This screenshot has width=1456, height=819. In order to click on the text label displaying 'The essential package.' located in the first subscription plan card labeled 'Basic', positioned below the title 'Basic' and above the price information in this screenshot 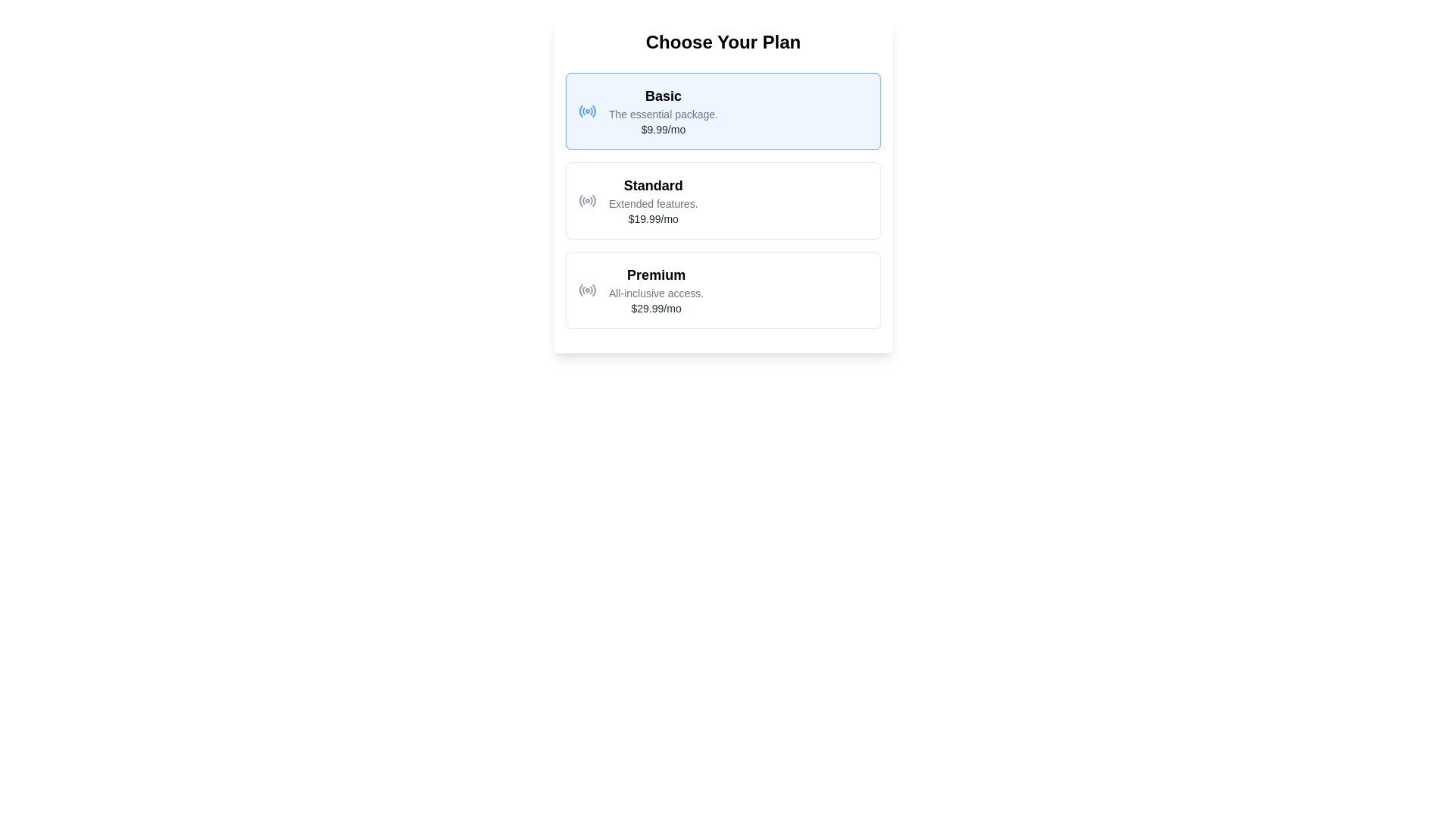, I will do `click(663, 113)`.